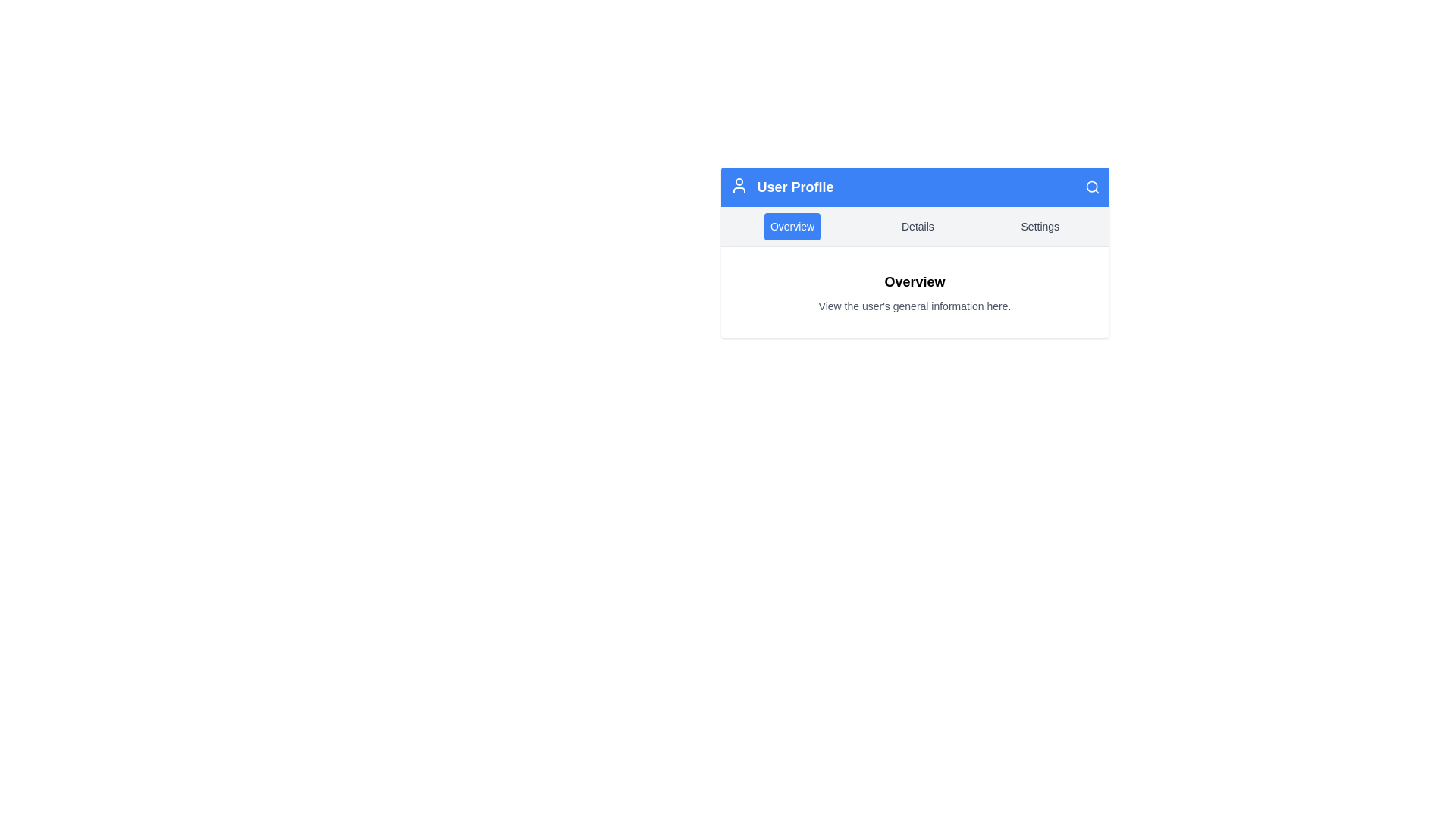 Image resolution: width=1456 pixels, height=819 pixels. I want to click on the 'Overview' button, which is a rectangular button with rounded corners and a blue background, so click(792, 227).